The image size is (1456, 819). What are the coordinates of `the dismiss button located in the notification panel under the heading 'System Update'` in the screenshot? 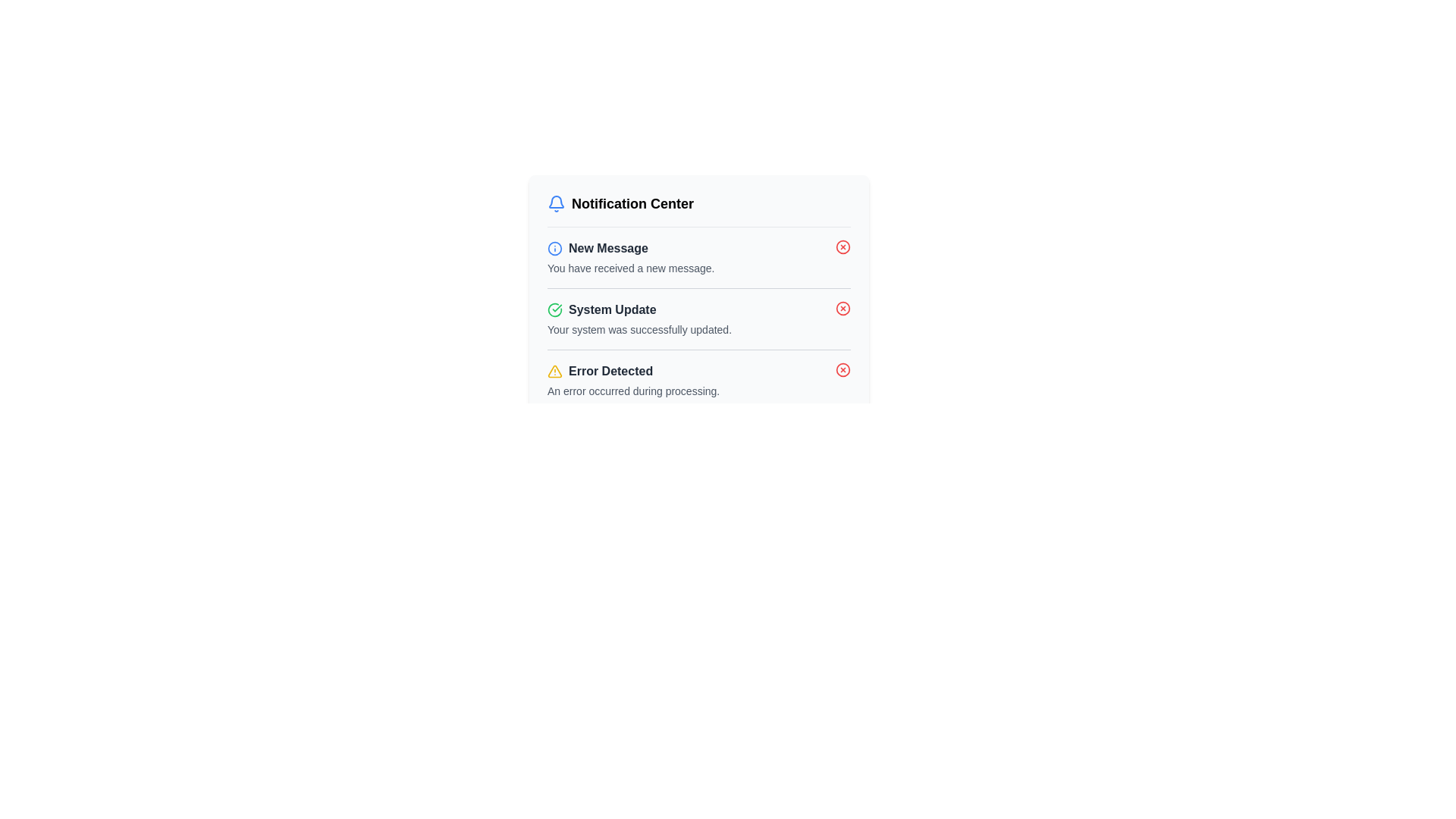 It's located at (843, 308).